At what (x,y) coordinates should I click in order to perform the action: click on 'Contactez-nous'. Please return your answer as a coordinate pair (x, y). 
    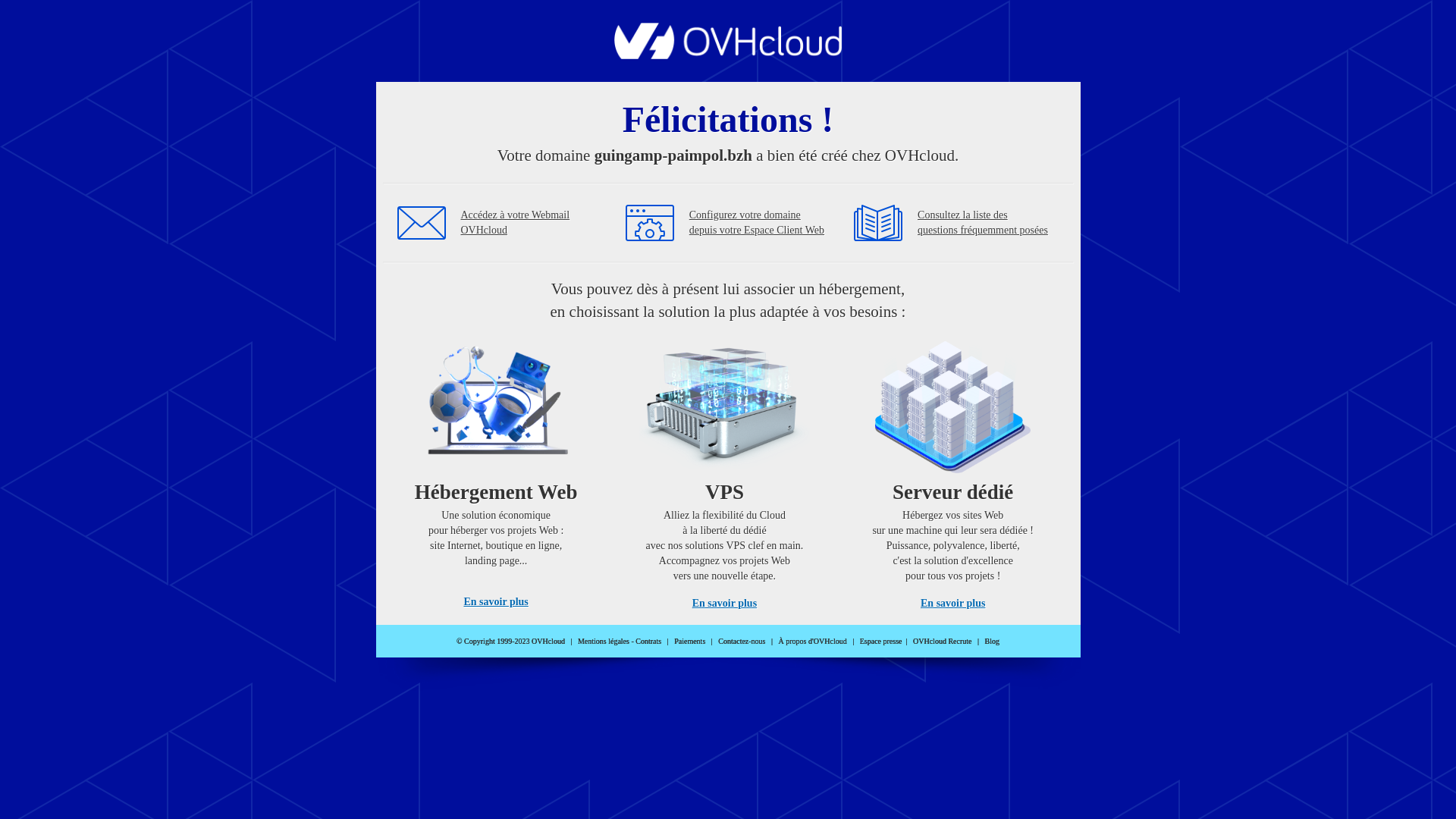
    Looking at the image, I should click on (742, 641).